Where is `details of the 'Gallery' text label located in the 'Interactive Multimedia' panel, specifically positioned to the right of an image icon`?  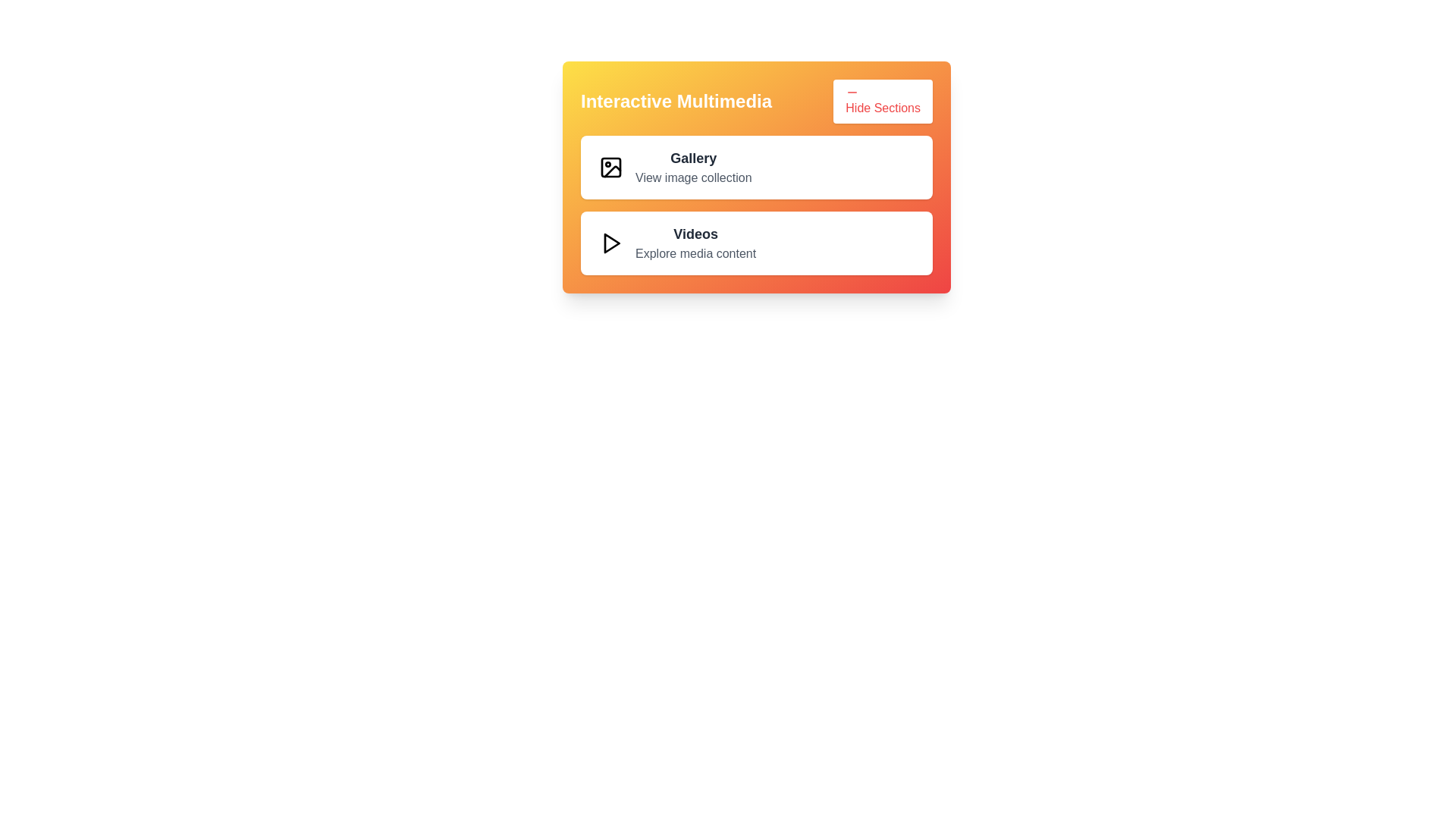
details of the 'Gallery' text label located in the 'Interactive Multimedia' panel, specifically positioned to the right of an image icon is located at coordinates (692, 167).